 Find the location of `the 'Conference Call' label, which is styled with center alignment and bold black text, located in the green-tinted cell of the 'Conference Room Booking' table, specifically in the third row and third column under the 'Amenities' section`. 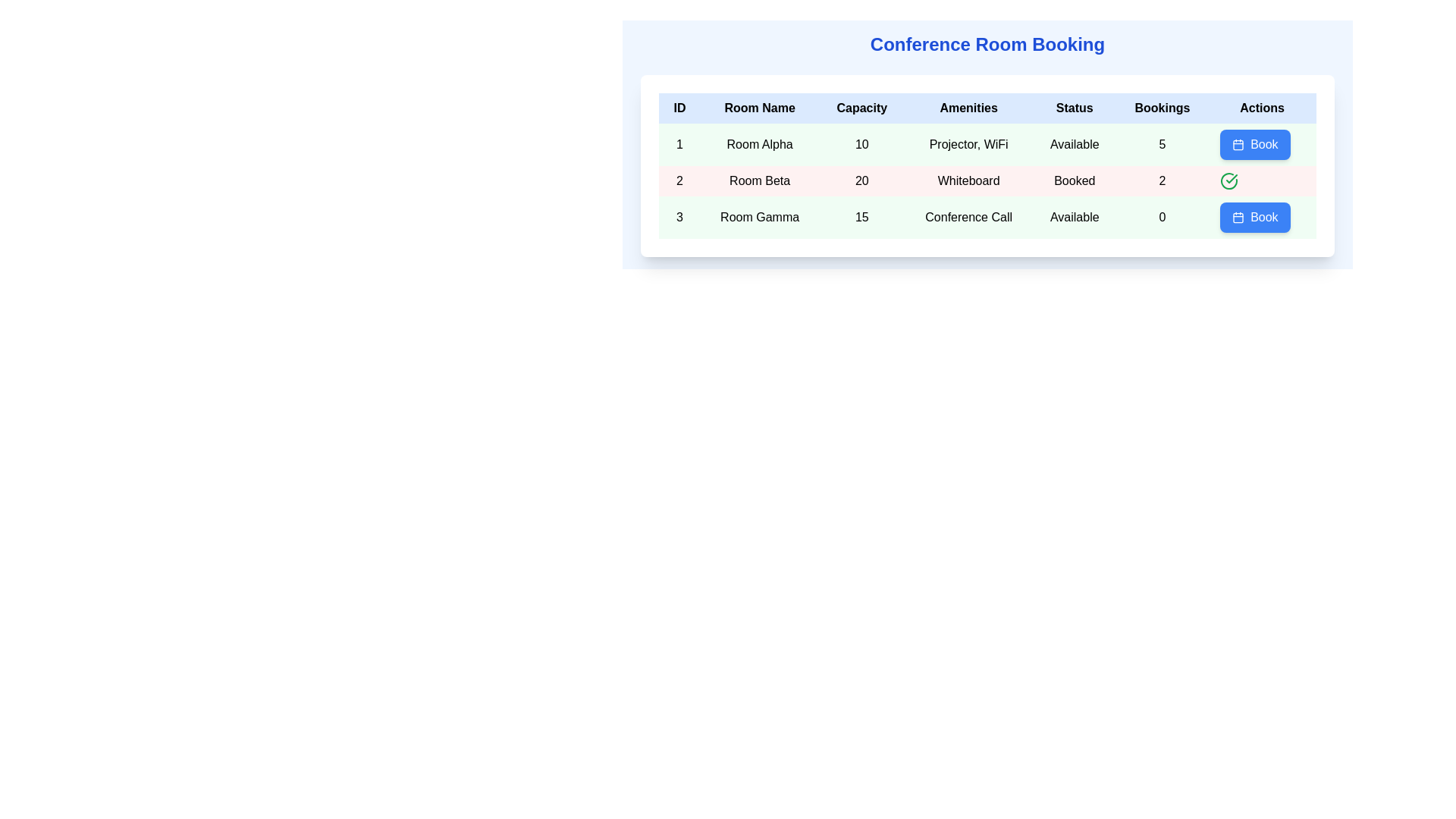

the 'Conference Call' label, which is styled with center alignment and bold black text, located in the green-tinted cell of the 'Conference Room Booking' table, specifically in the third row and third column under the 'Amenities' section is located at coordinates (968, 217).